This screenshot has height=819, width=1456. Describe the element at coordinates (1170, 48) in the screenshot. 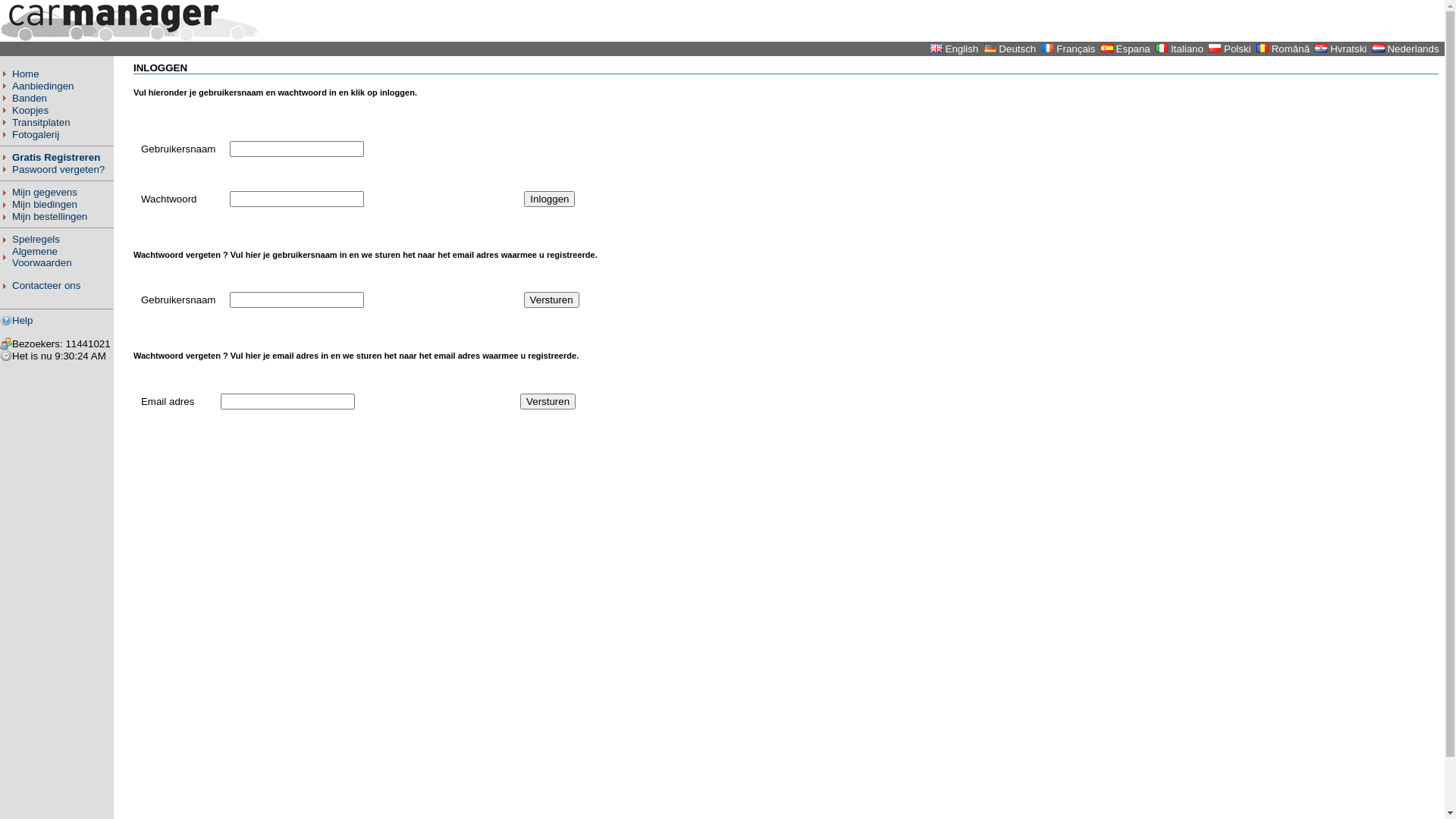

I see `'Italiano'` at that location.